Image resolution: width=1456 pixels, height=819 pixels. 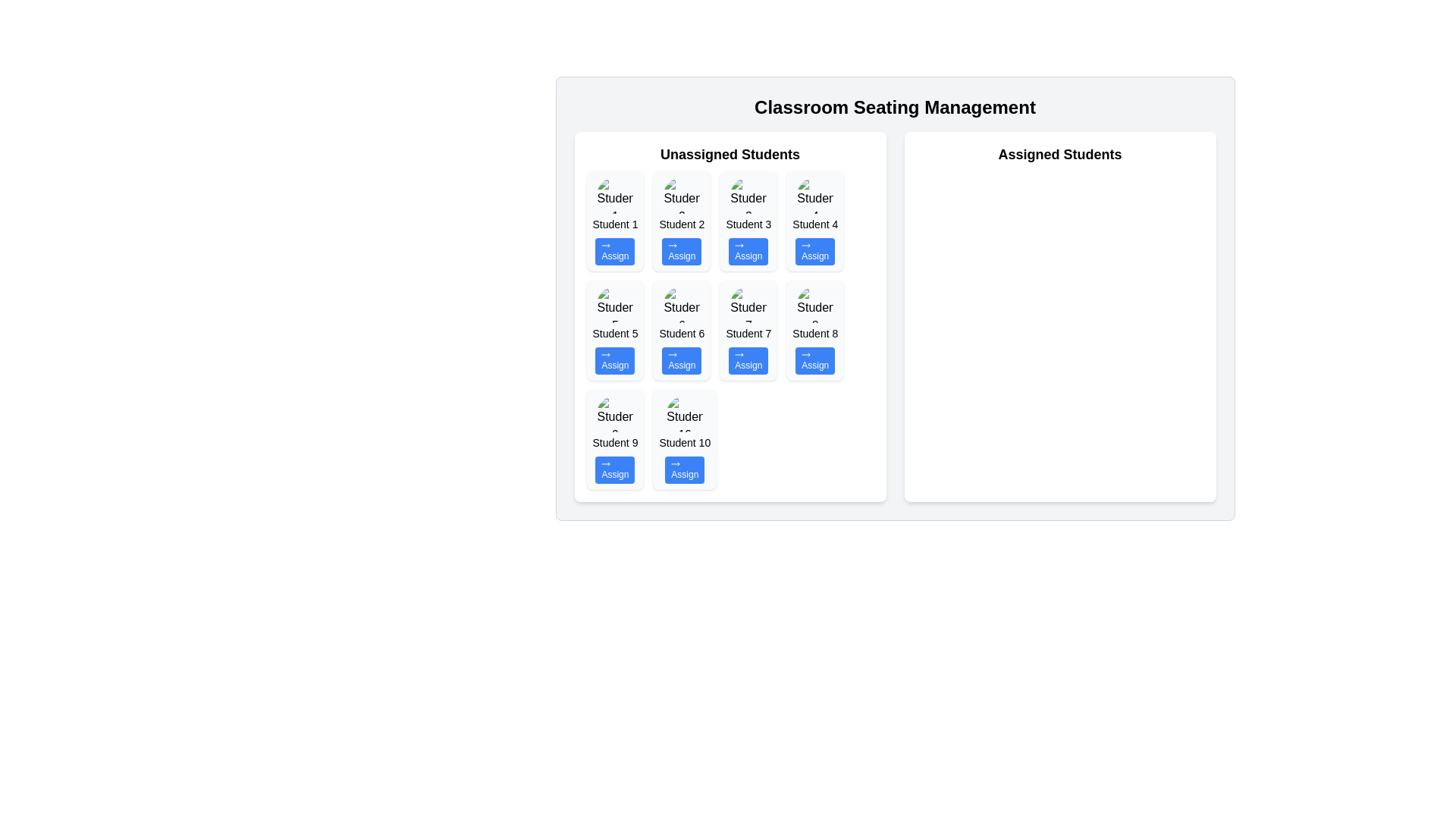 What do you see at coordinates (672, 245) in the screenshot?
I see `the right-pointing arrow icon located in the second row, first column of the 'Unassigned Students' list` at bounding box center [672, 245].